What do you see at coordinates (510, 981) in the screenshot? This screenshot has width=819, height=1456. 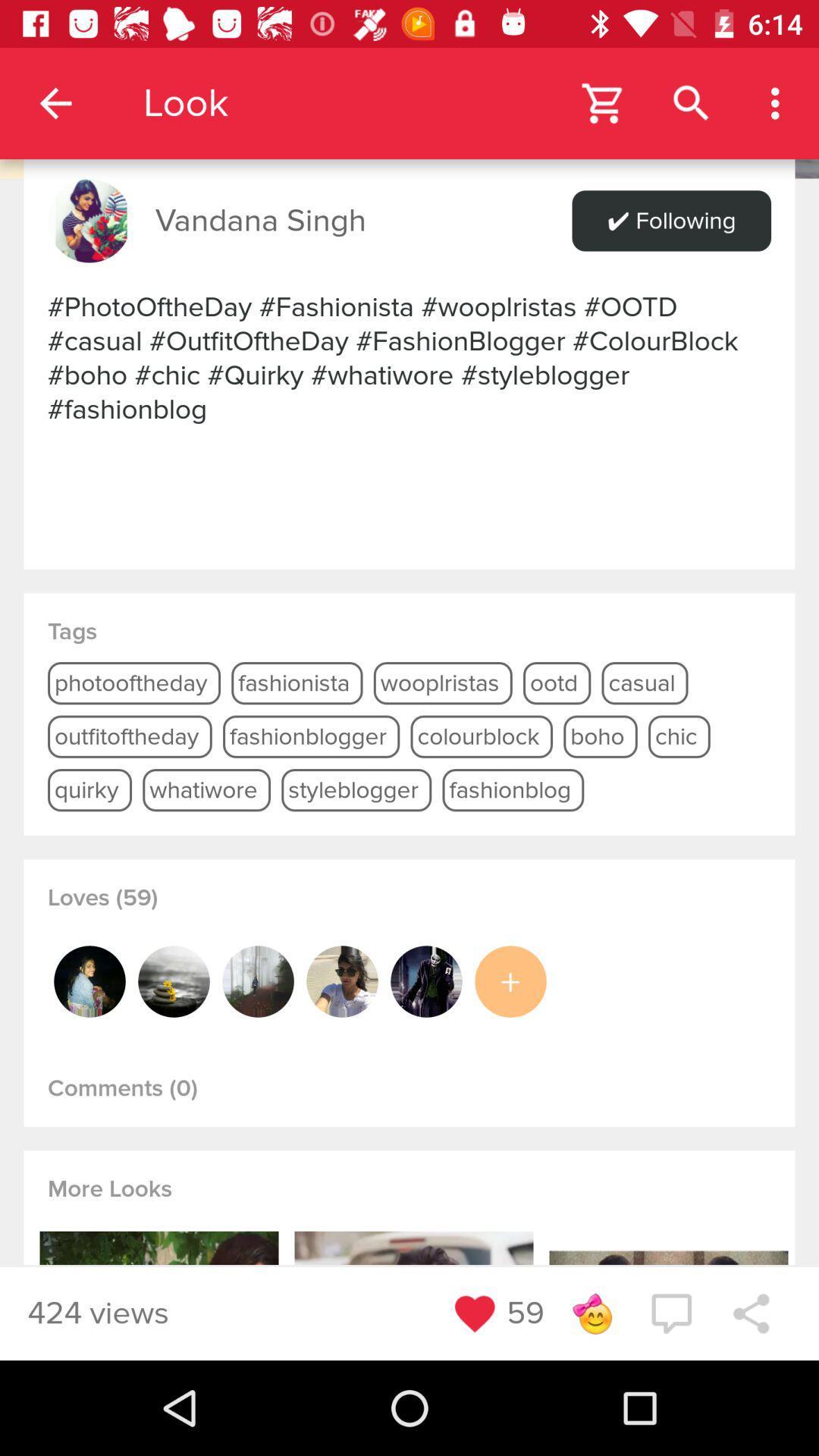 I see `item above the comments (0) icon` at bounding box center [510, 981].